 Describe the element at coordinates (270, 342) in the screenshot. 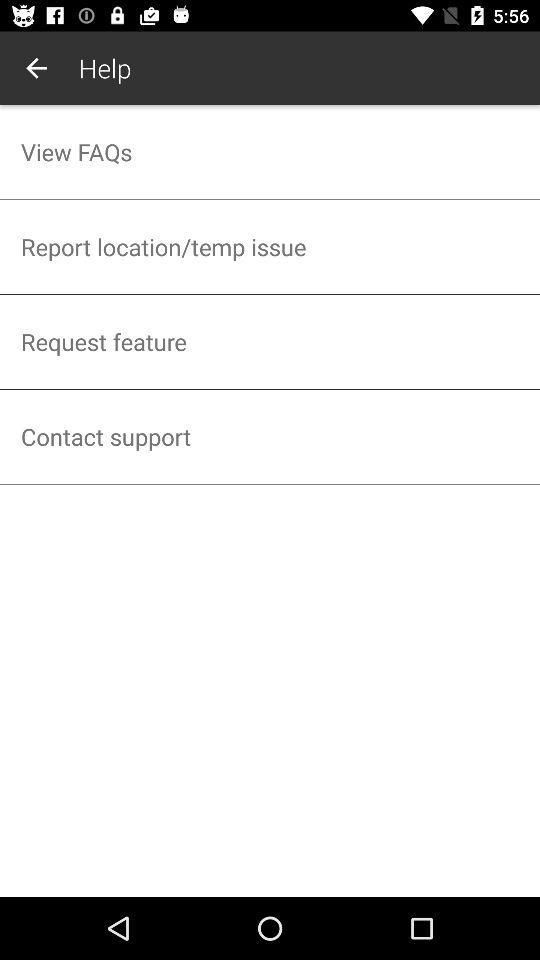

I see `the request feature` at that location.